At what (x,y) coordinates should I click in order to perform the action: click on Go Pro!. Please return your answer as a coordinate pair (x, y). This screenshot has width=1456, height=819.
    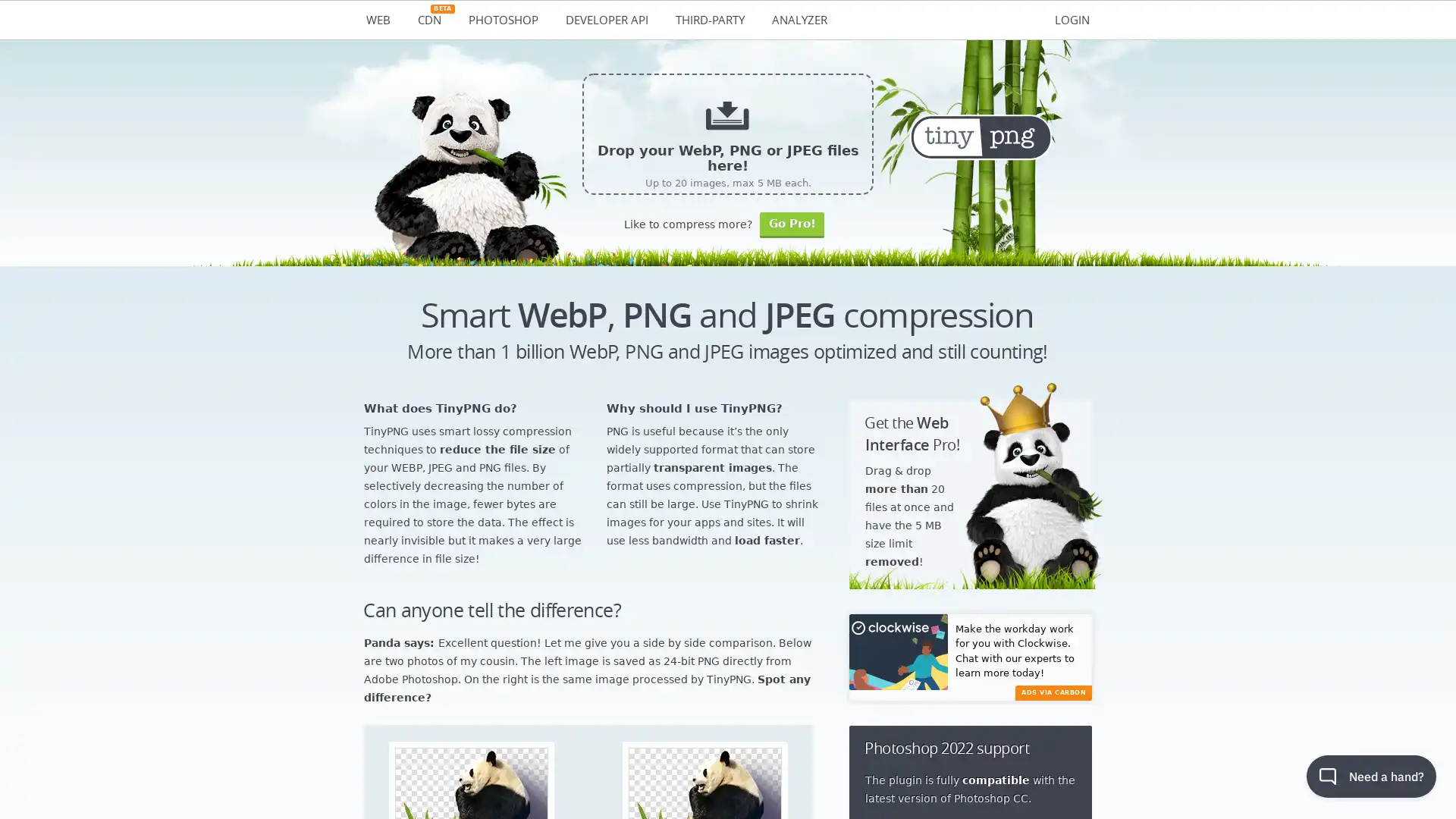
    Looking at the image, I should click on (790, 224).